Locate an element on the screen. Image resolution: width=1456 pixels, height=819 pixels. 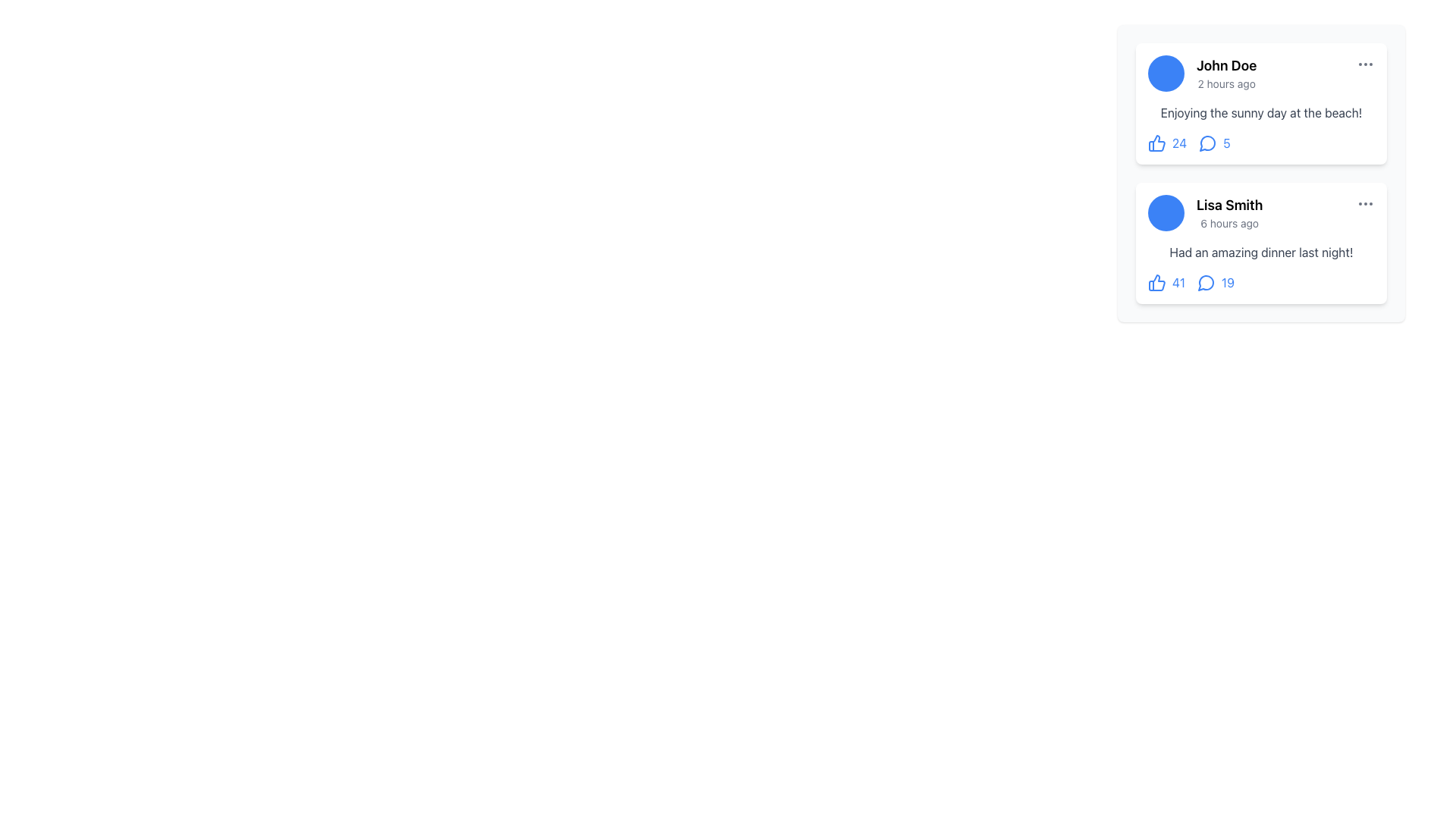
the interactive button that features a thumbs-up icon and the numeric value '41' for keyboard navigation is located at coordinates (1166, 283).